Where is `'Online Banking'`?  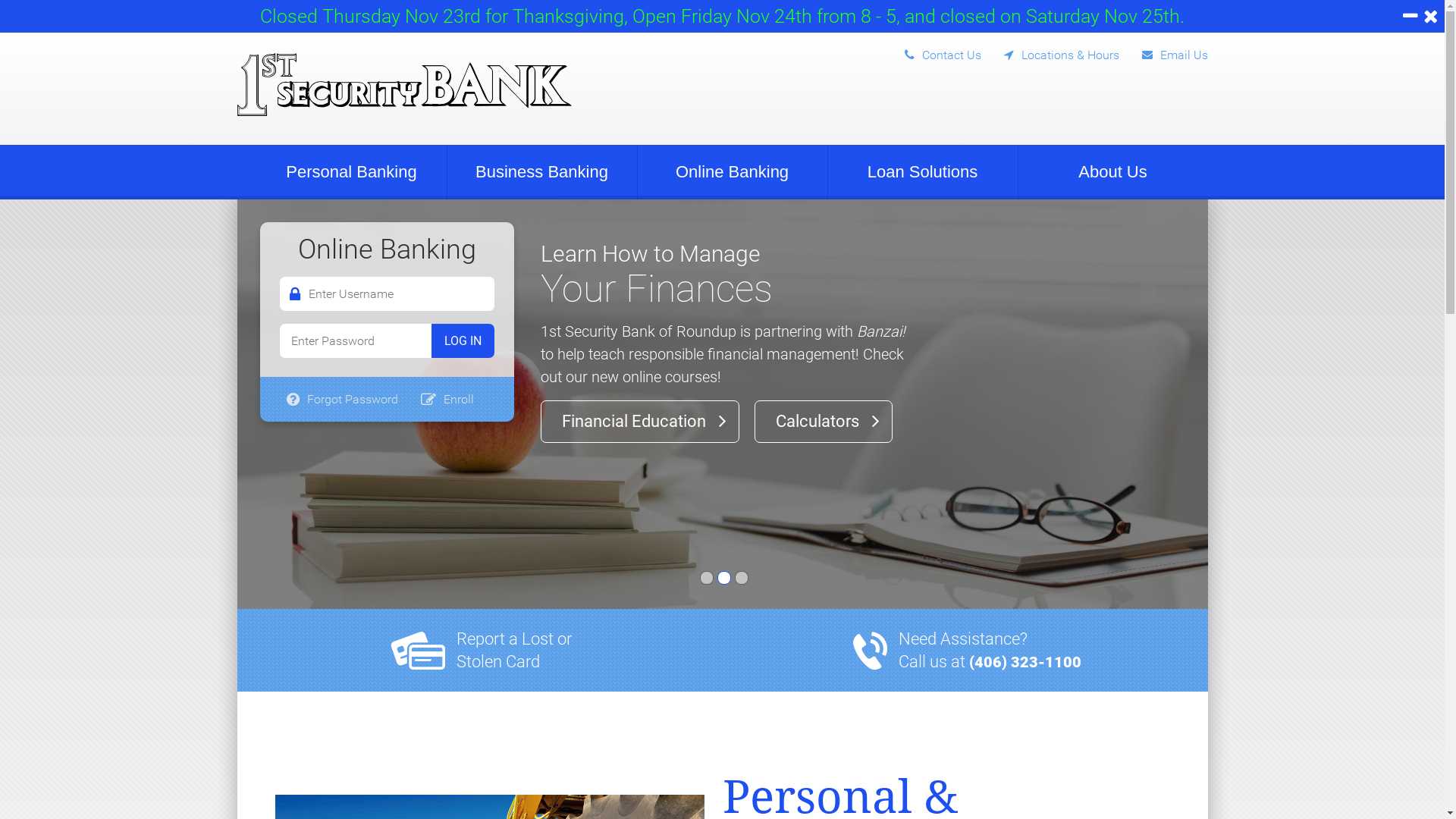 'Online Banking' is located at coordinates (637, 171).